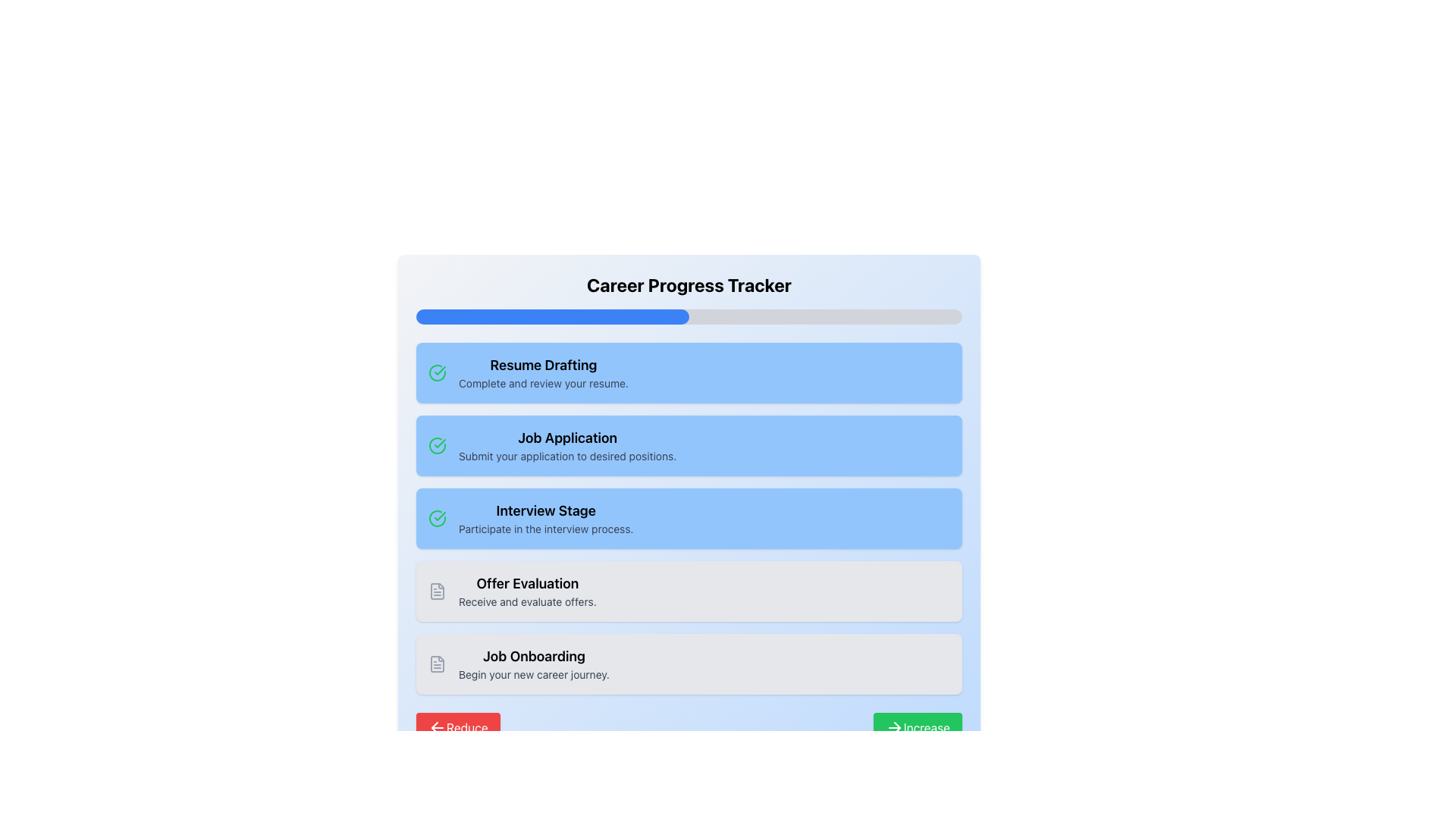  Describe the element at coordinates (688, 373) in the screenshot. I see `the informational card that indicates the progress of drafting and reviewing a resume, located at the top of the vertical list, just below the progress bar` at that location.